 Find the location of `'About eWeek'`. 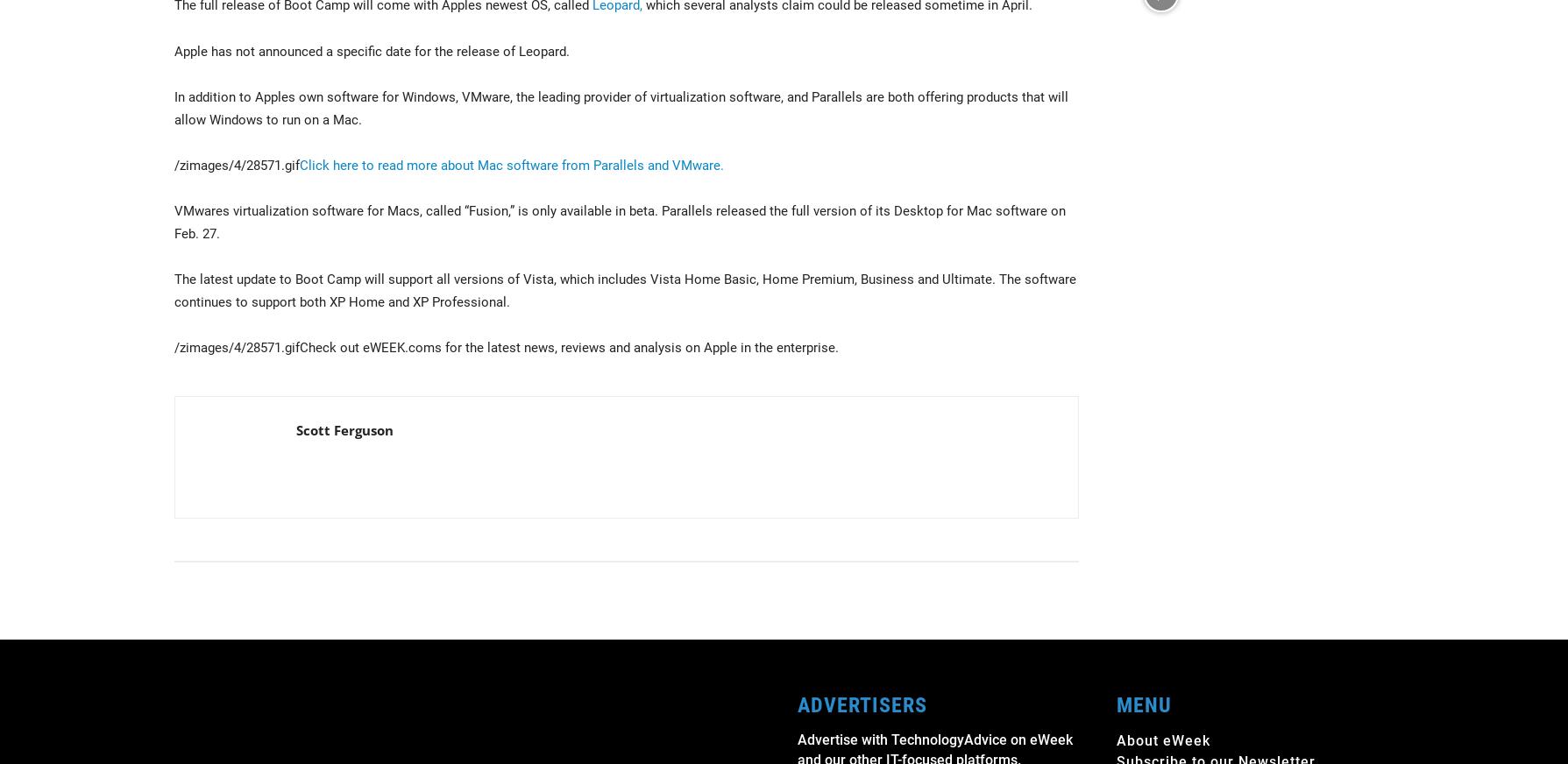

'About eWeek' is located at coordinates (1163, 740).